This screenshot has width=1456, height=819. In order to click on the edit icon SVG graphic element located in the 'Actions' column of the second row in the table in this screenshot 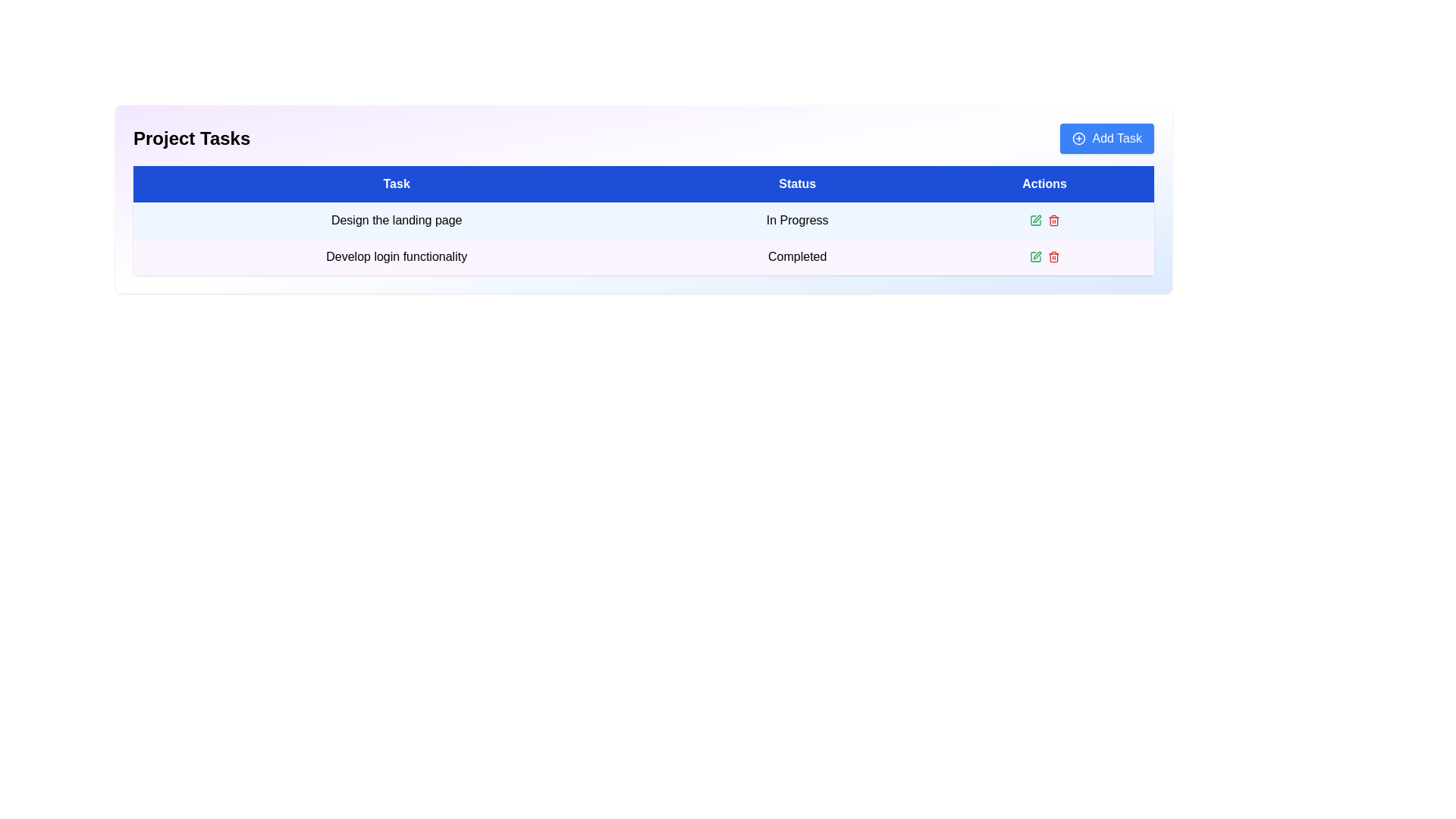, I will do `click(1034, 256)`.